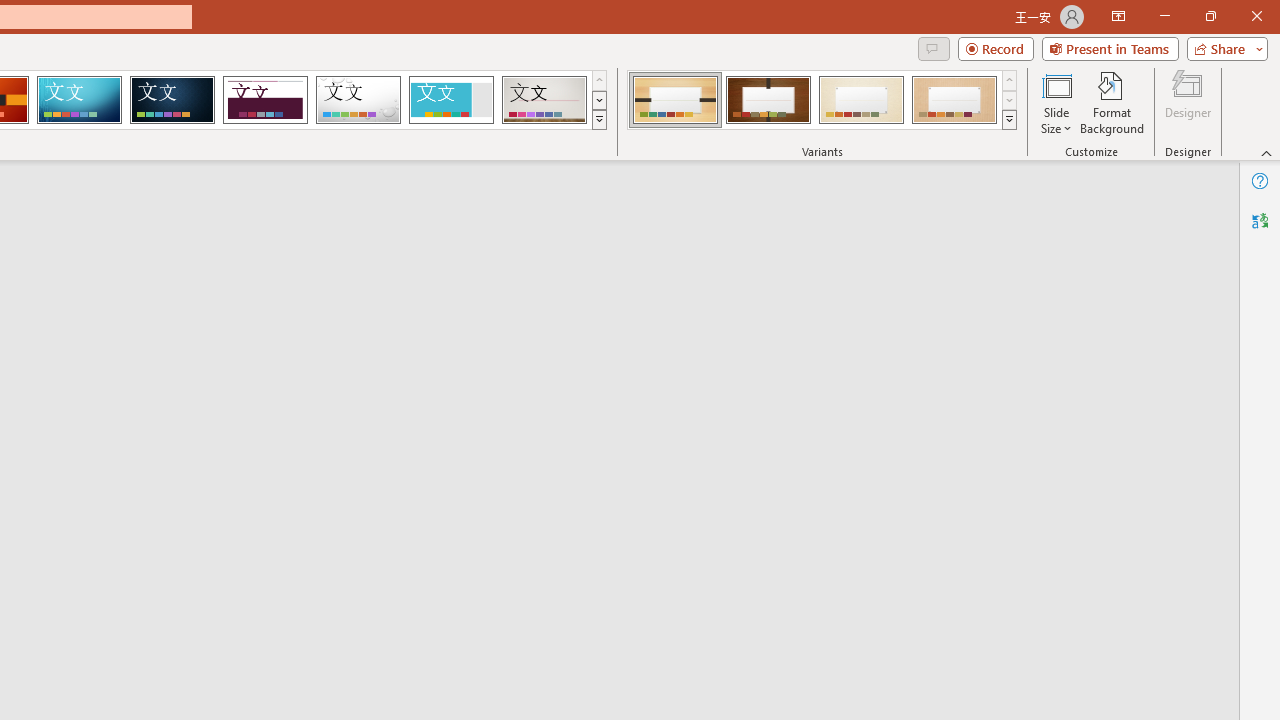 This screenshot has height=720, width=1280. Describe the element at coordinates (861, 100) in the screenshot. I see `'Organic Variant 3'` at that location.